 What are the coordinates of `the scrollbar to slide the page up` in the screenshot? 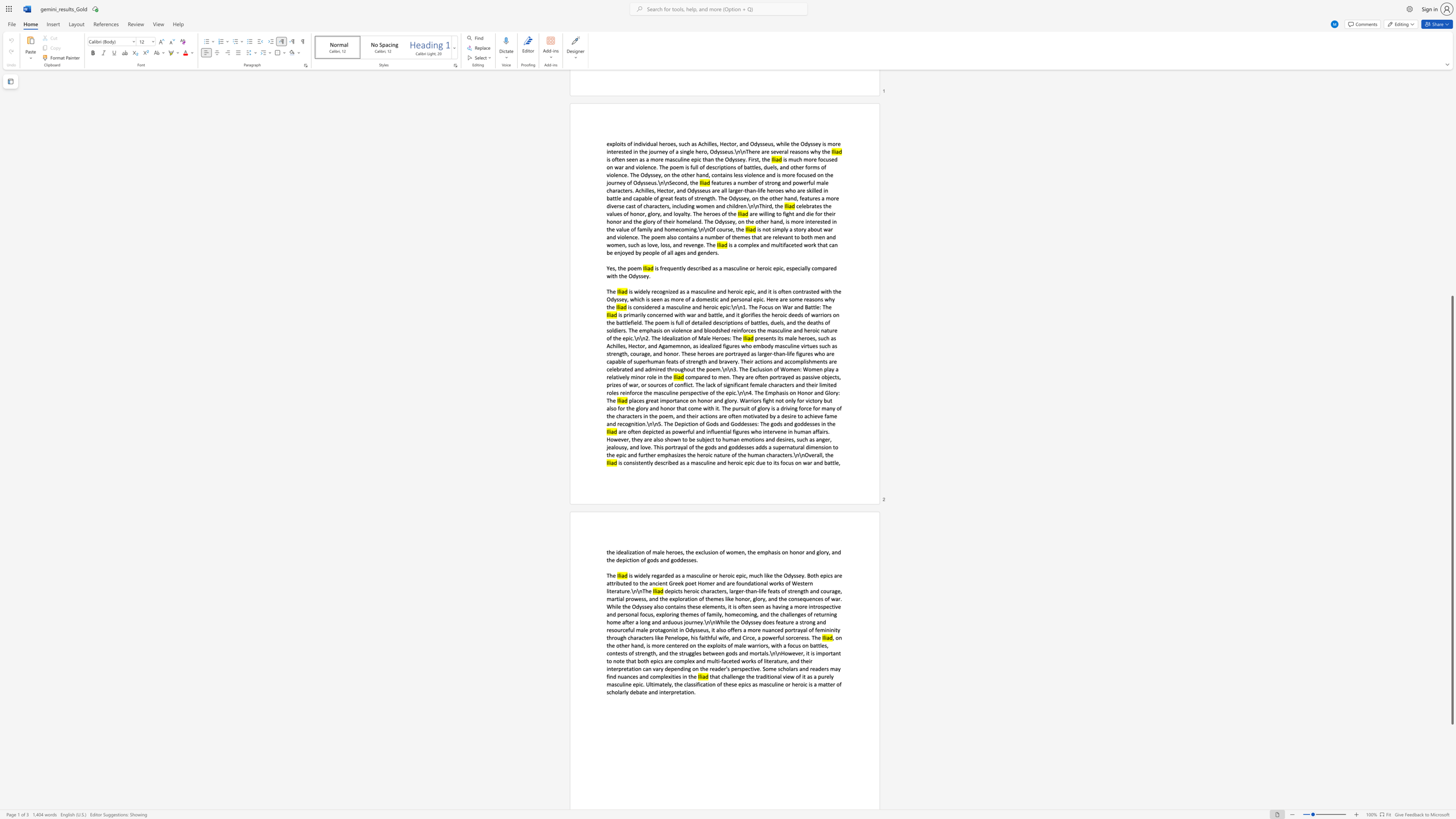 It's located at (1451, 261).